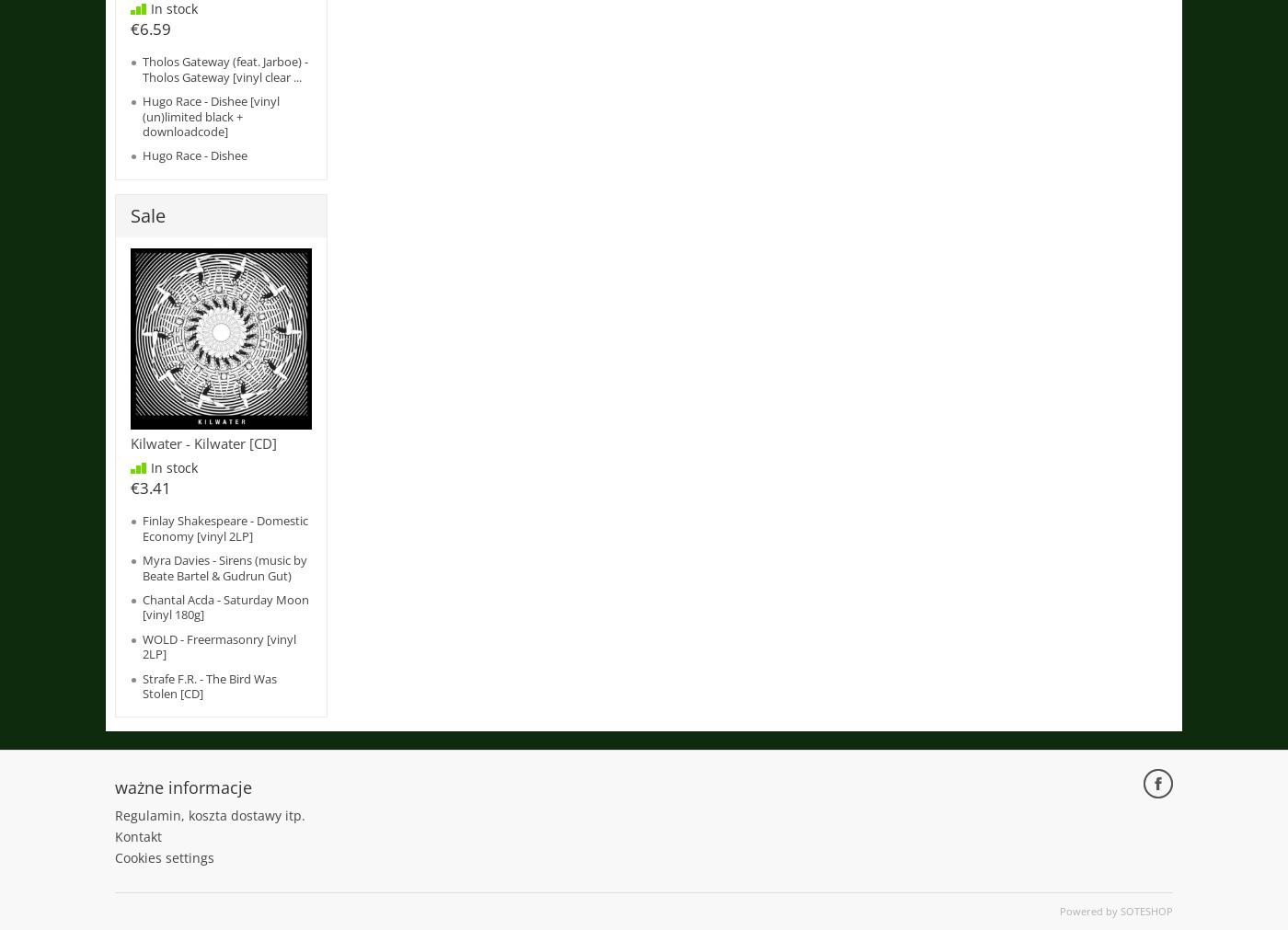 The height and width of the screenshot is (930, 1288). I want to click on 'Hugo Race - Dishee [vinyl (un)limited black + downloadcode]', so click(211, 114).